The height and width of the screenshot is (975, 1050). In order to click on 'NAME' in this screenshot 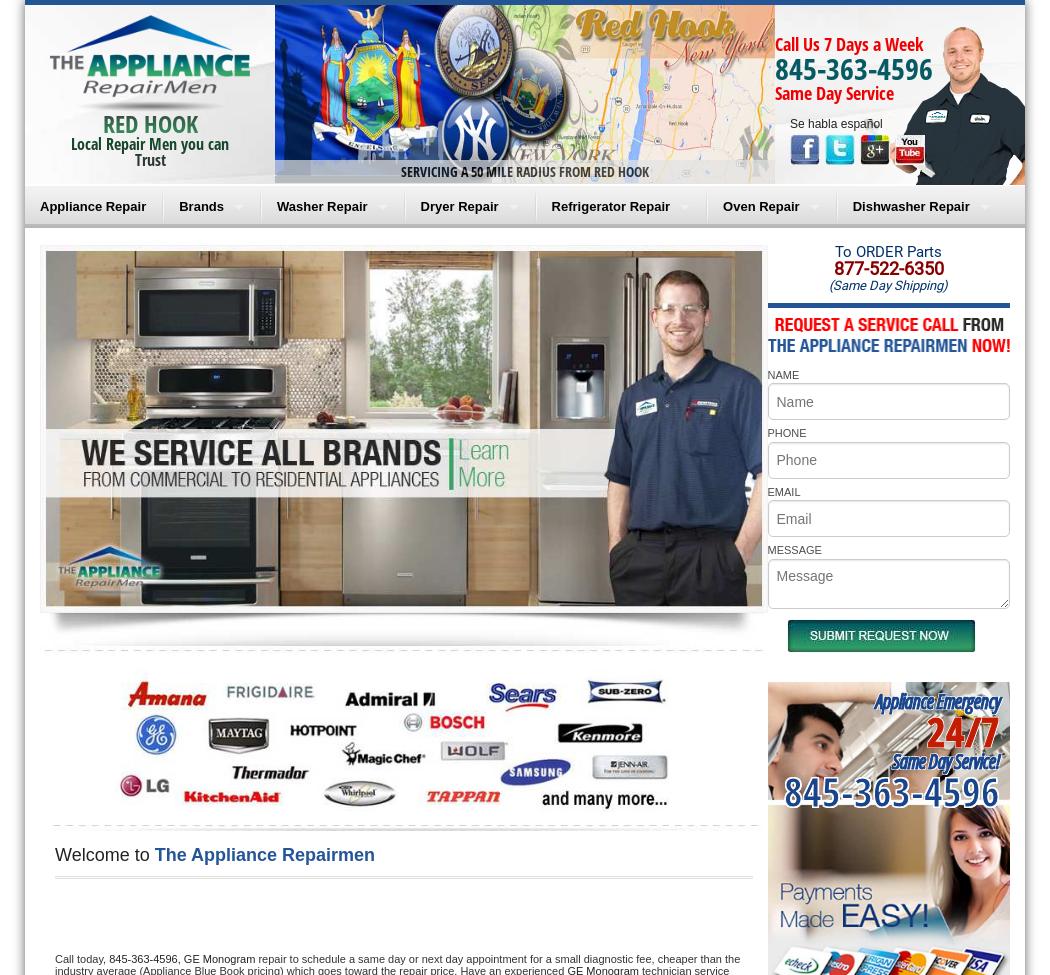, I will do `click(782, 373)`.